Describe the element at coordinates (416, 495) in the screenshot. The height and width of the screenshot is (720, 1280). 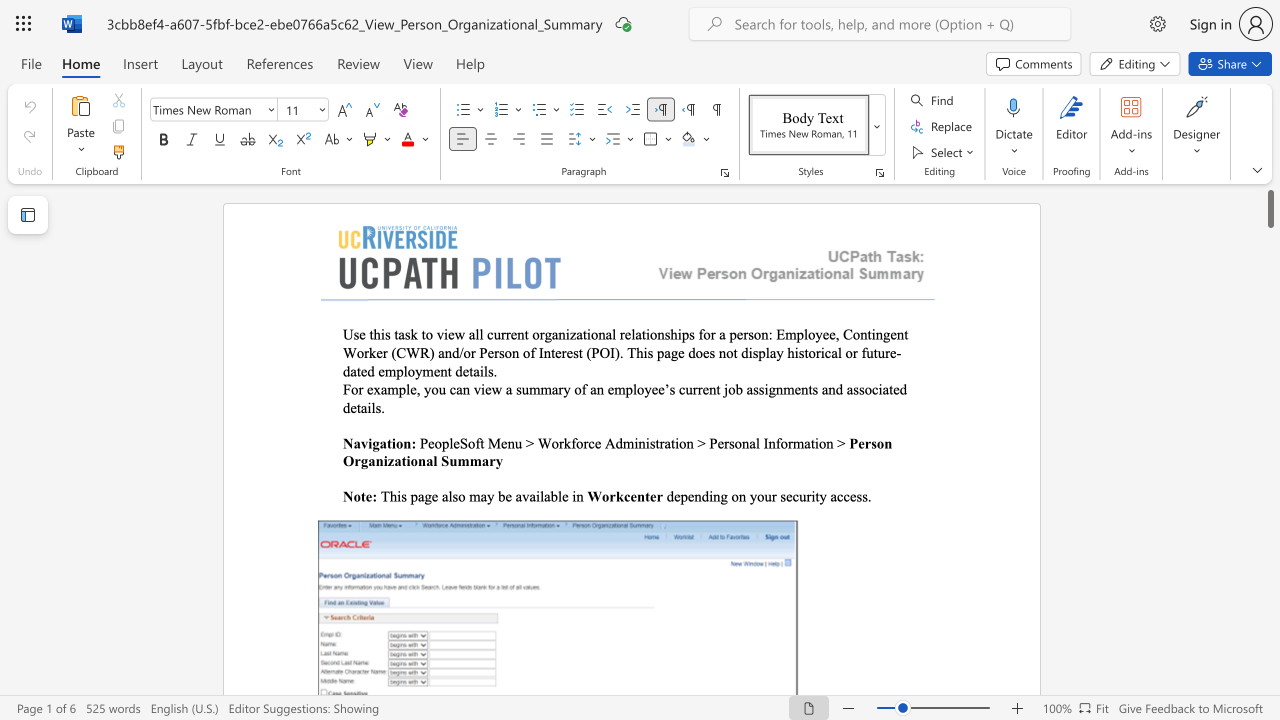
I see `the space between the continuous character "p" and "a" in the text` at that location.